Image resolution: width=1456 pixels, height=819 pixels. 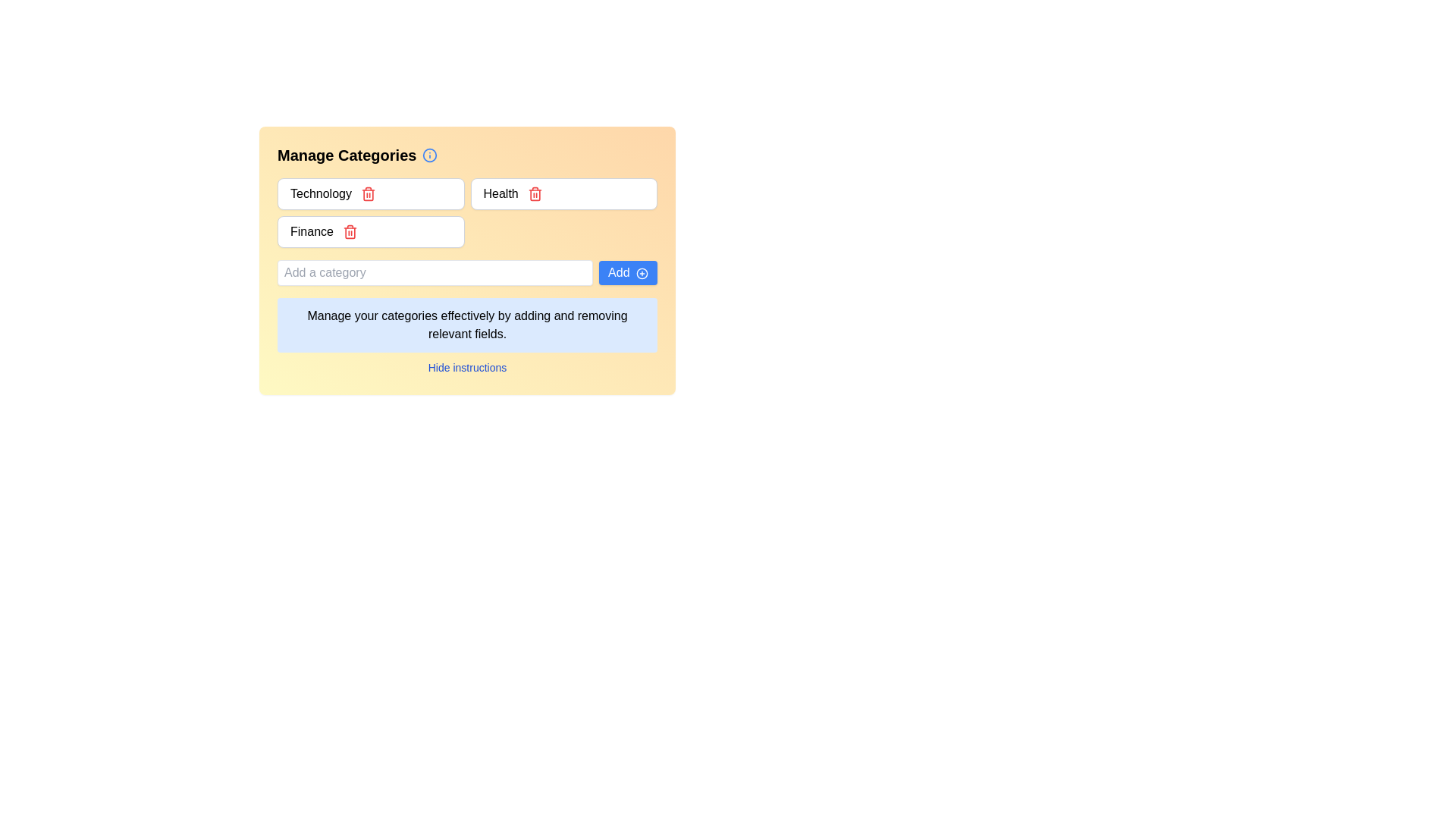 What do you see at coordinates (535, 193) in the screenshot?
I see `the delete icon button located to the right of the input field labeled 'Health'` at bounding box center [535, 193].